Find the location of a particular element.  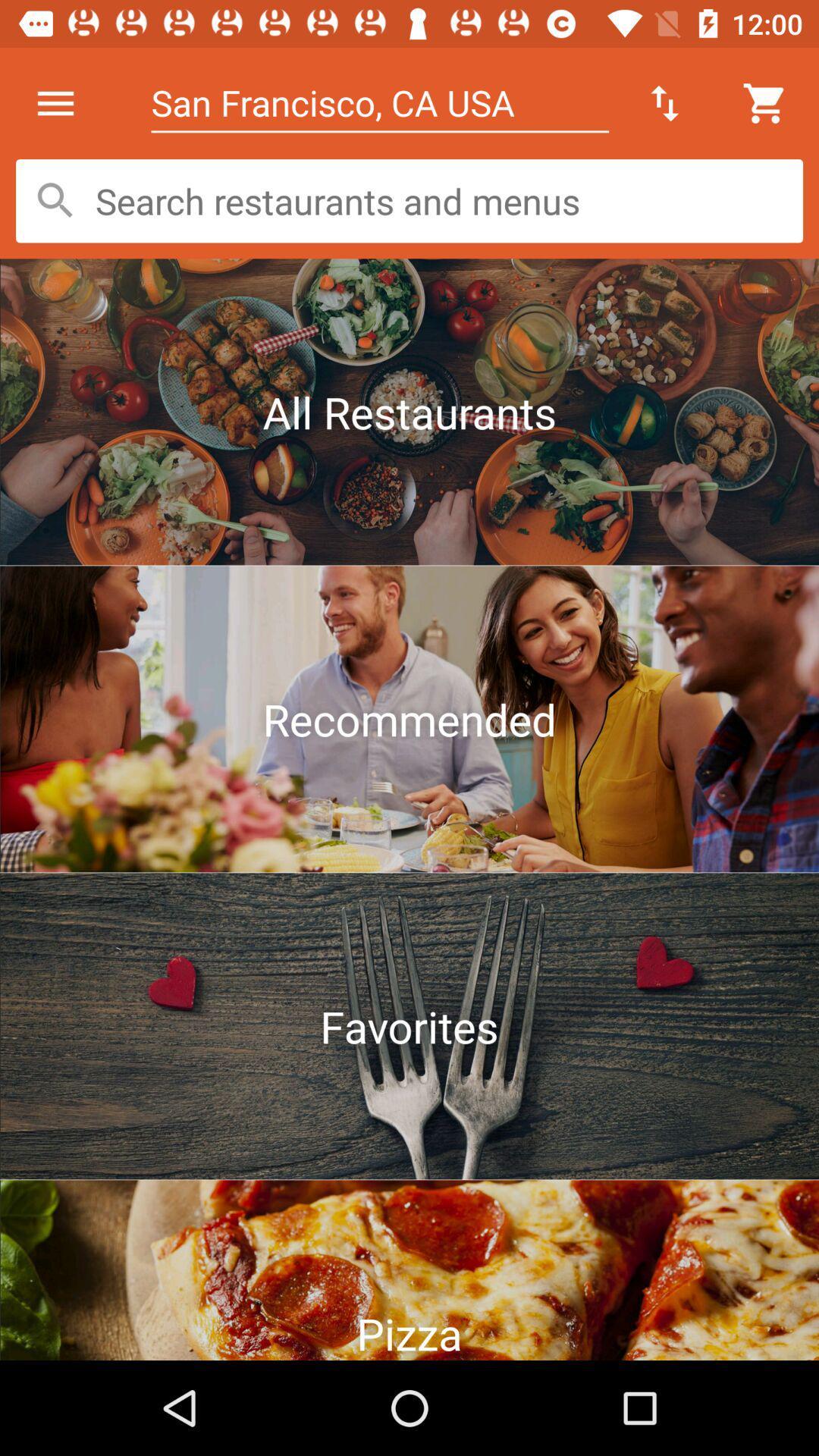

the san francisco ca item is located at coordinates (379, 102).